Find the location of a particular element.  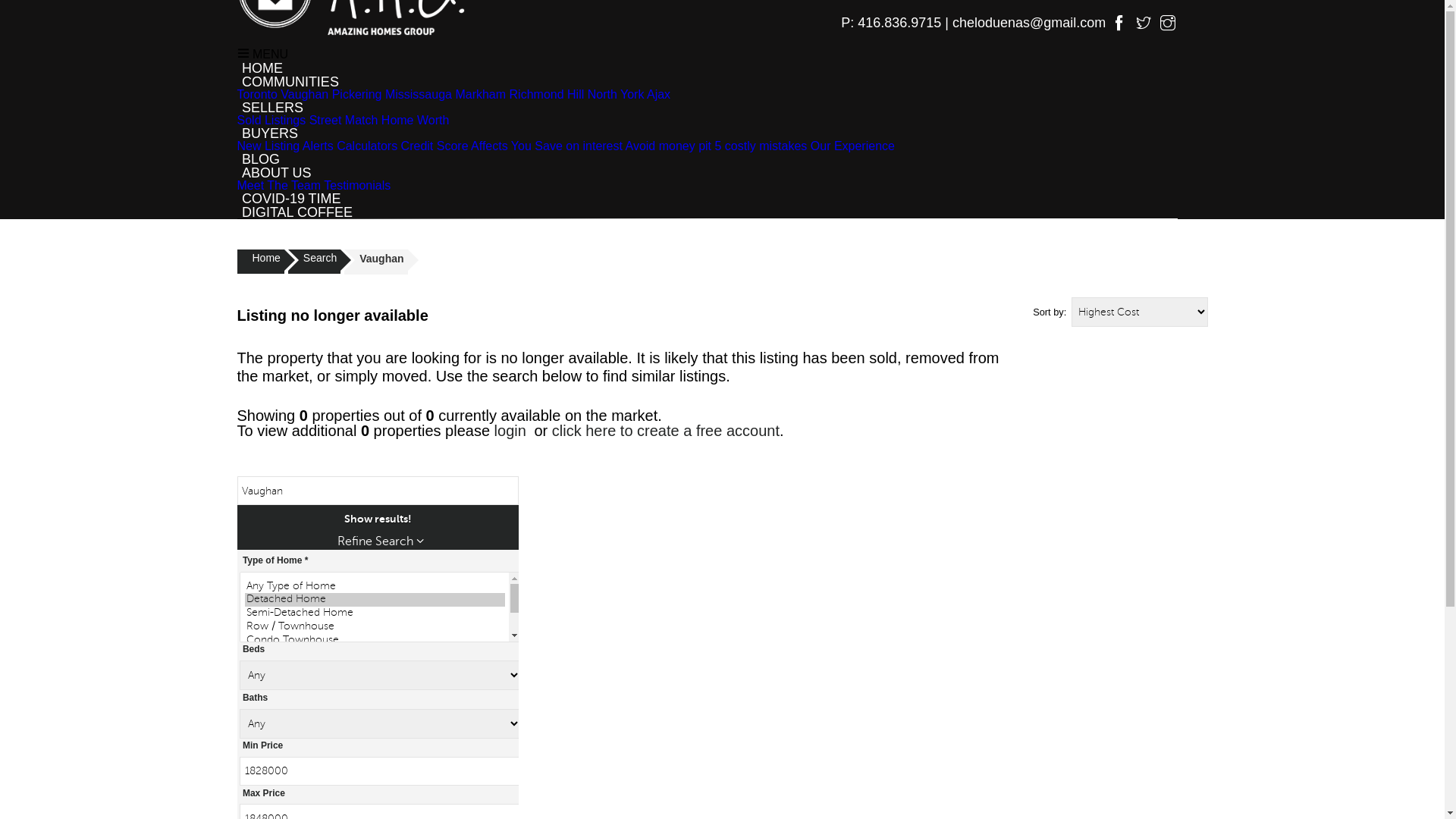

'Mississauga' is located at coordinates (419, 94).